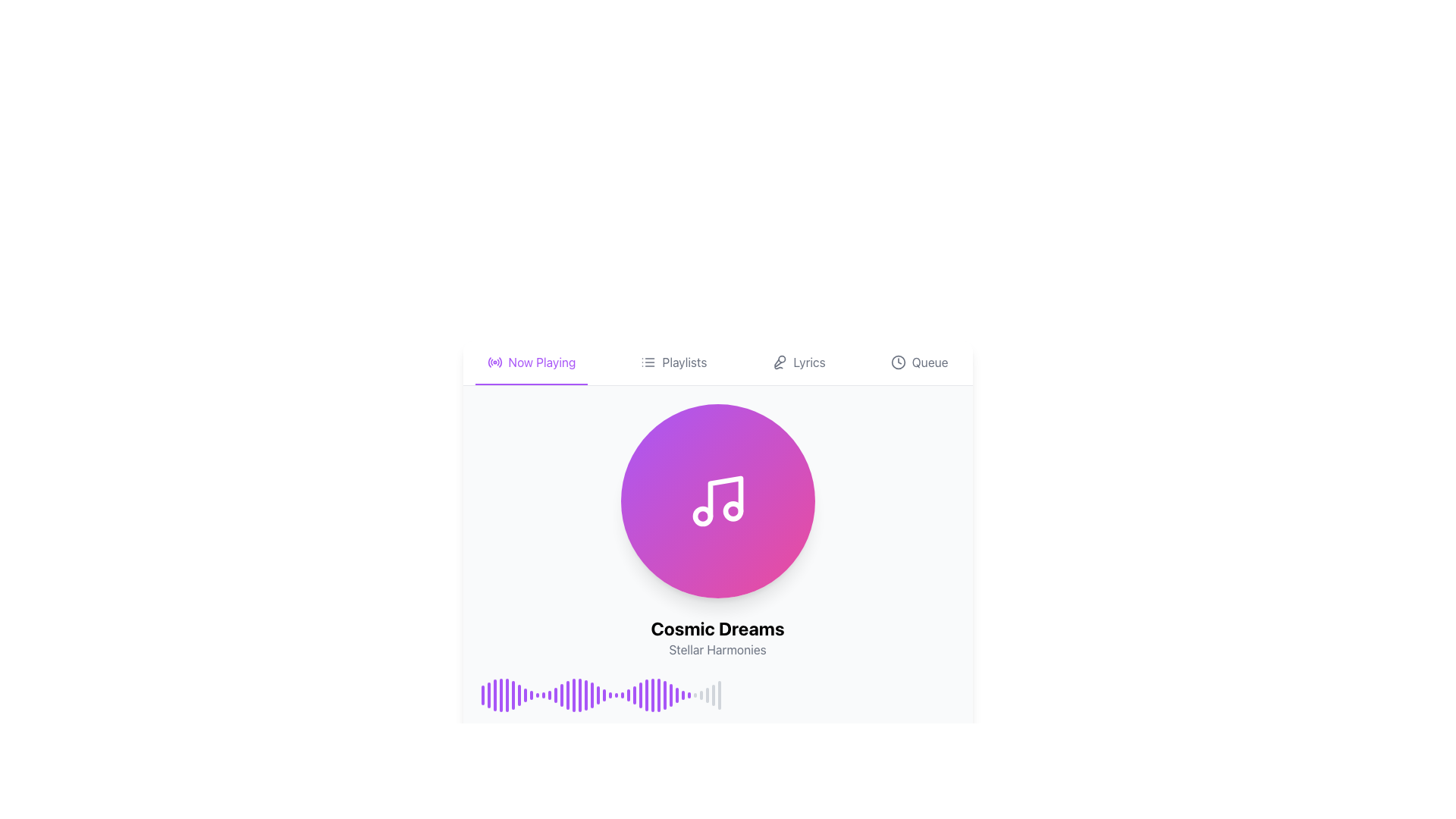 This screenshot has width=1456, height=819. Describe the element at coordinates (513, 695) in the screenshot. I see `the sixth vertical bar of the waveform representation, which is filled with a vibrant purple color and located below the album artwork and song title` at that location.